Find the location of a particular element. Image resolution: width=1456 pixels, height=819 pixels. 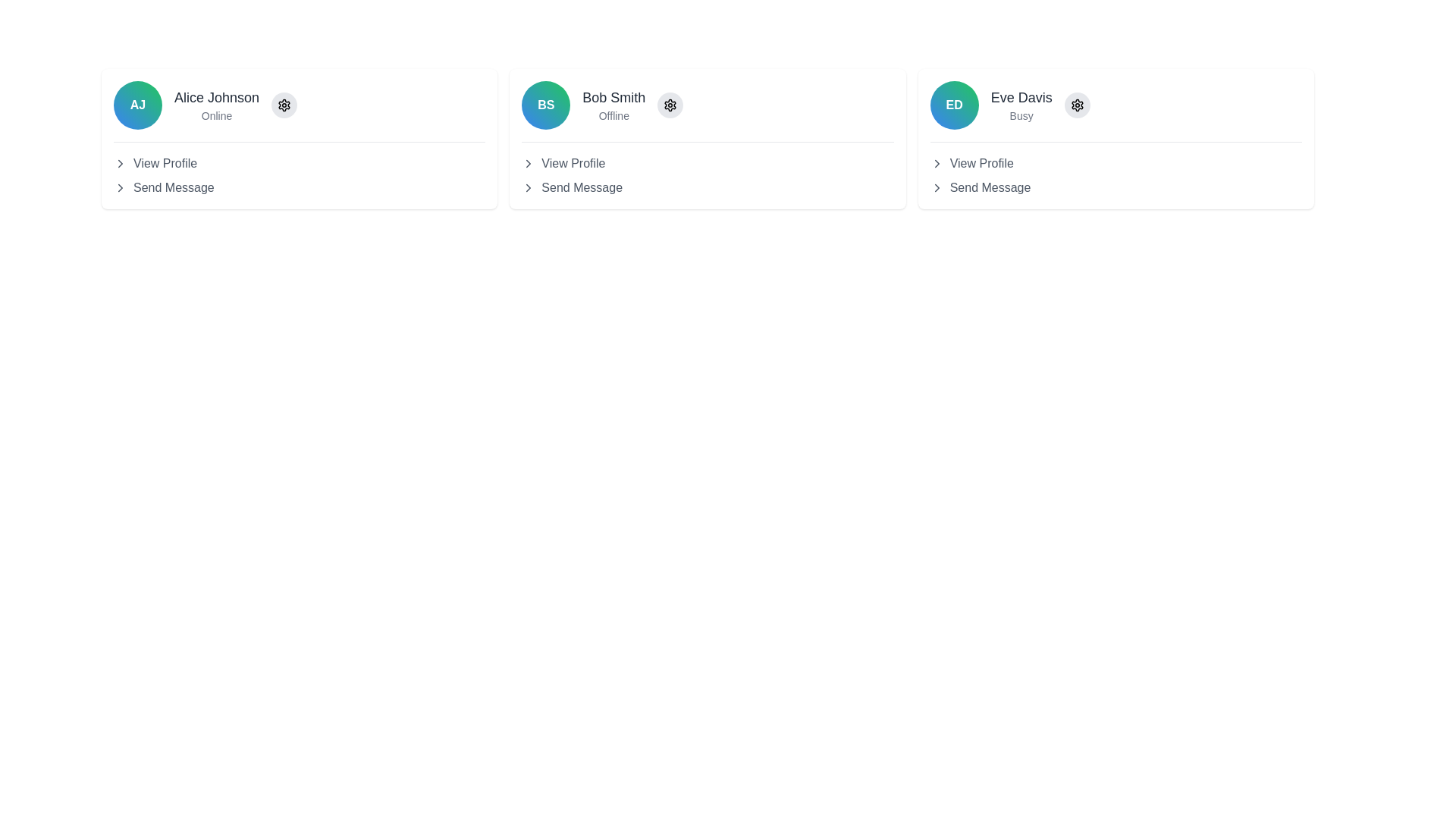

the 'View Profile' option in the actionable items list located under the 'Alice Johnson' profile card is located at coordinates (300, 174).